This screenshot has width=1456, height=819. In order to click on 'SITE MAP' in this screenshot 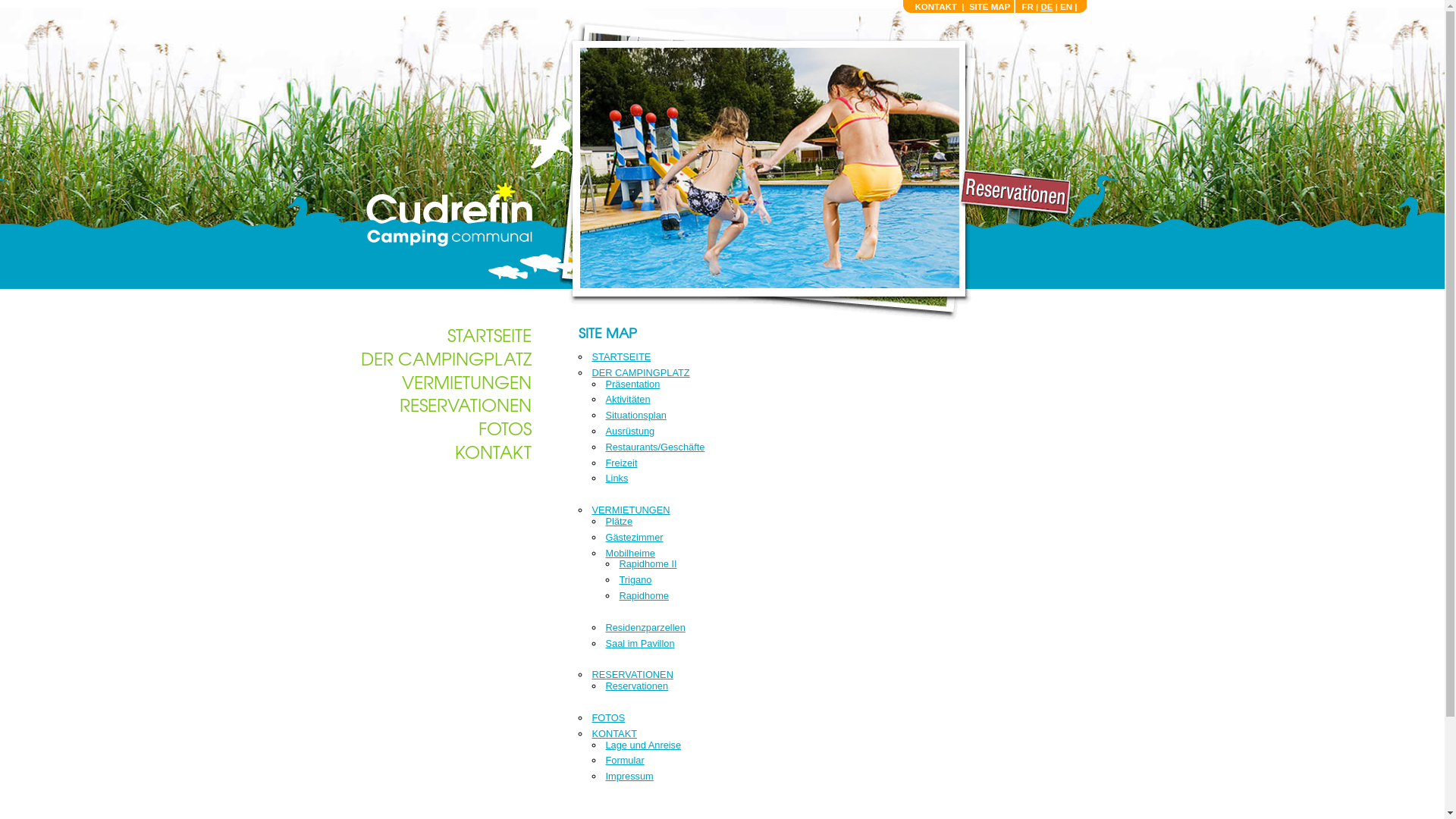, I will do `click(968, 6)`.